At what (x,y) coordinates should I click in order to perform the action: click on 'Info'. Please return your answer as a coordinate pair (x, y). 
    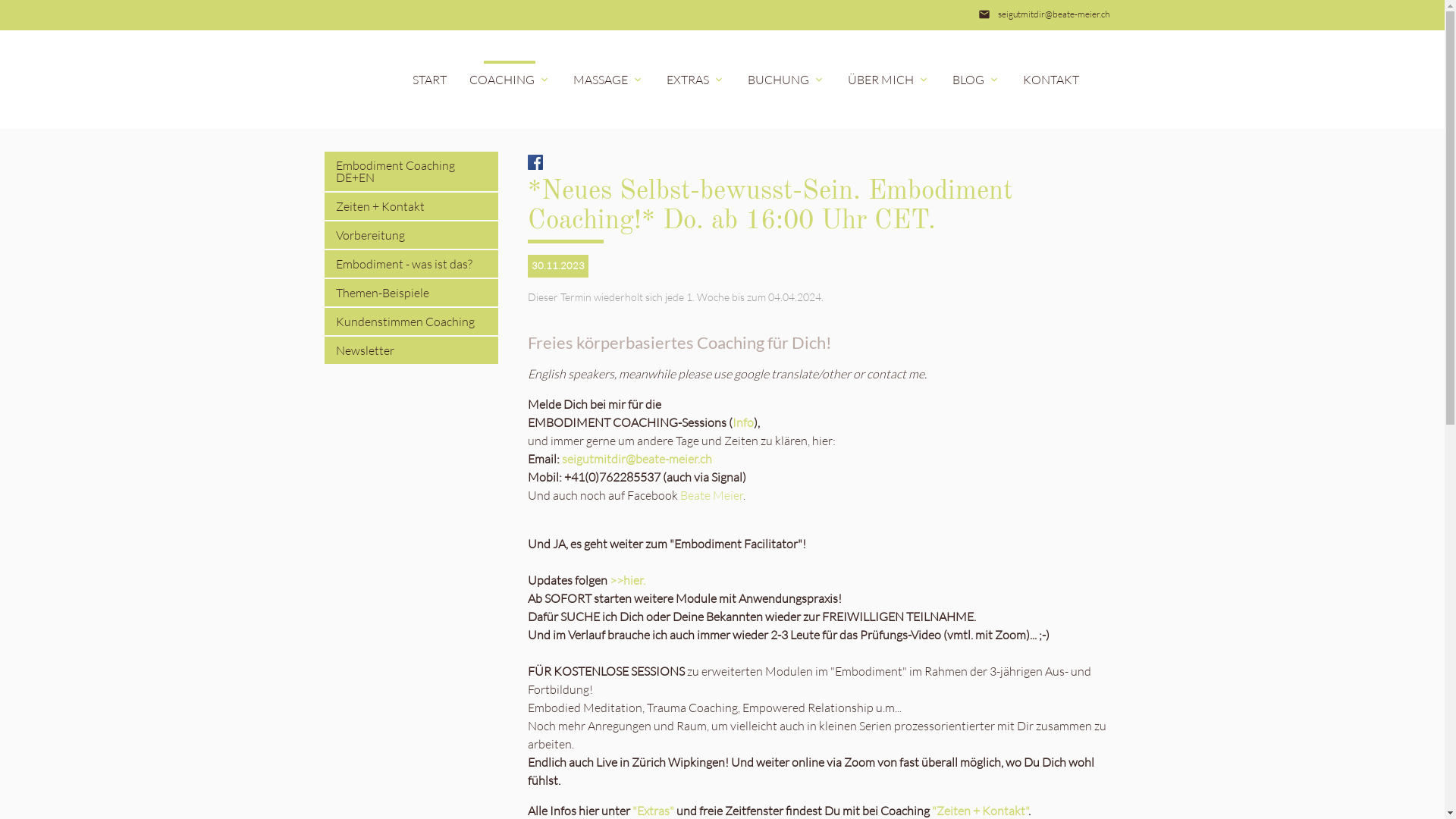
    Looking at the image, I should click on (742, 422).